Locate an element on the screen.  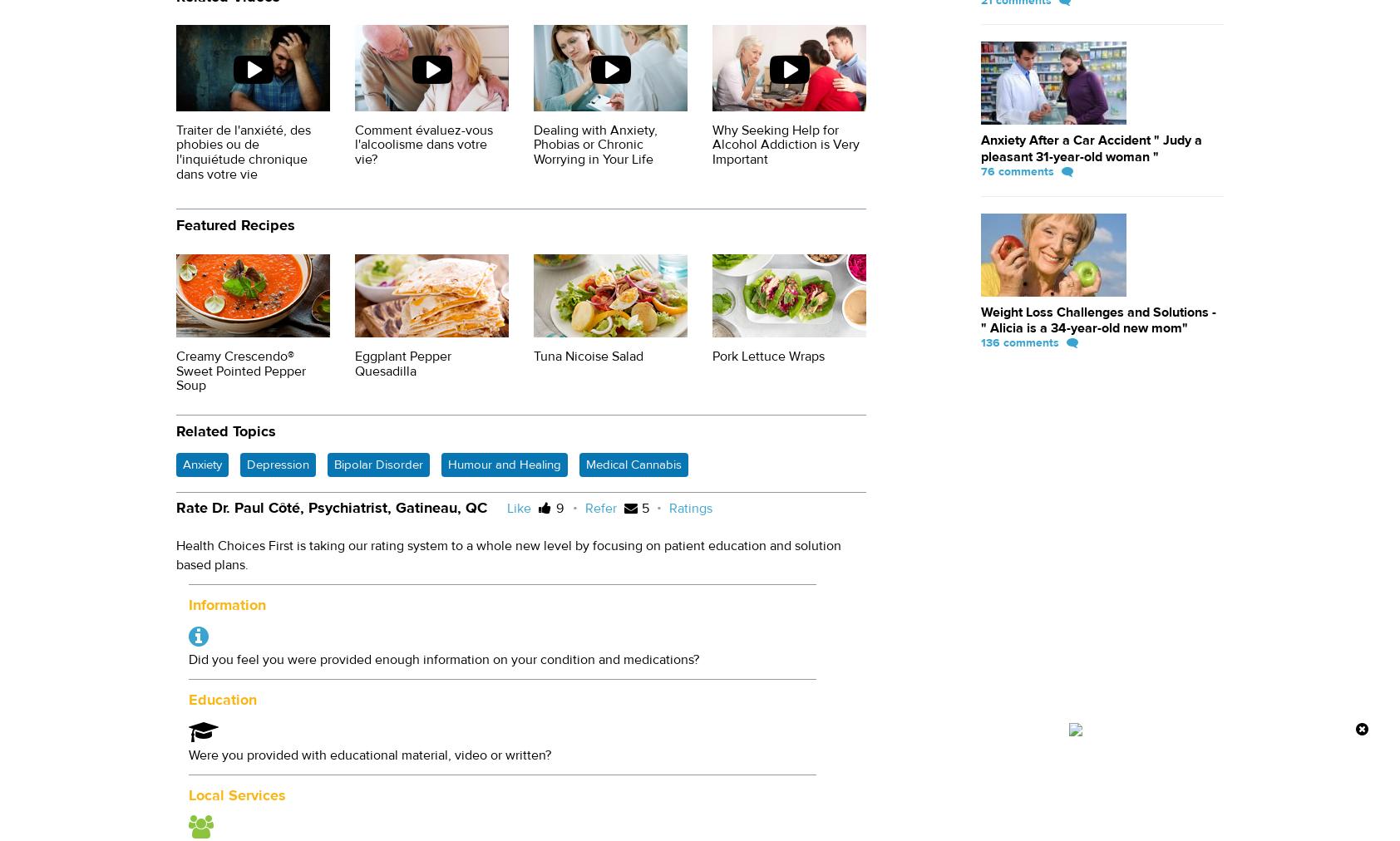
'Did you feel you were provided enough information on your condition and medications?' is located at coordinates (442, 659).